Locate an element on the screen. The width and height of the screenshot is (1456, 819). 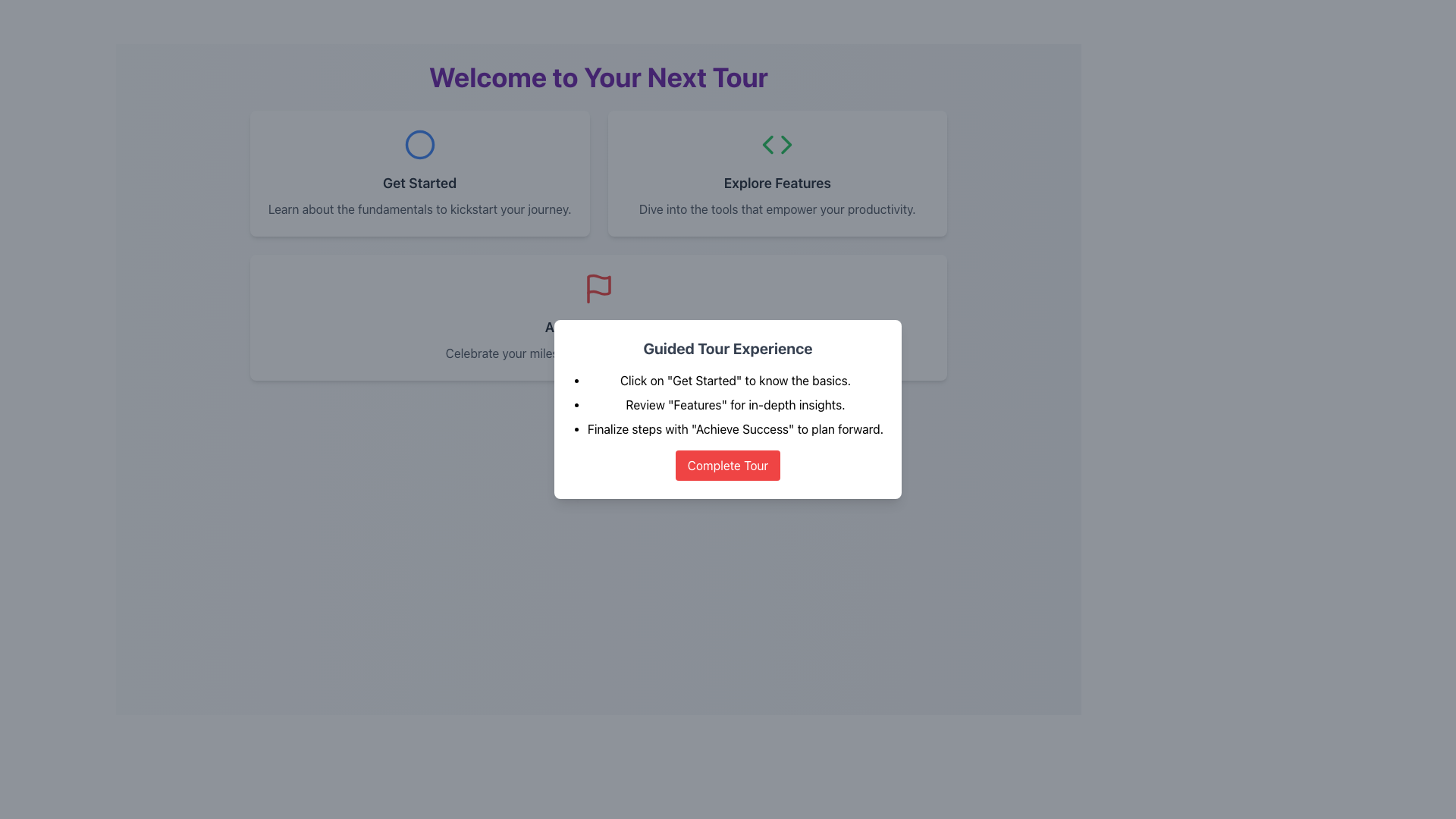
the instructional text in the modal dialog box titled 'Guided Tour Experience' that provides guidance on initiating the journey by clicking the 'Get Started' button is located at coordinates (735, 379).